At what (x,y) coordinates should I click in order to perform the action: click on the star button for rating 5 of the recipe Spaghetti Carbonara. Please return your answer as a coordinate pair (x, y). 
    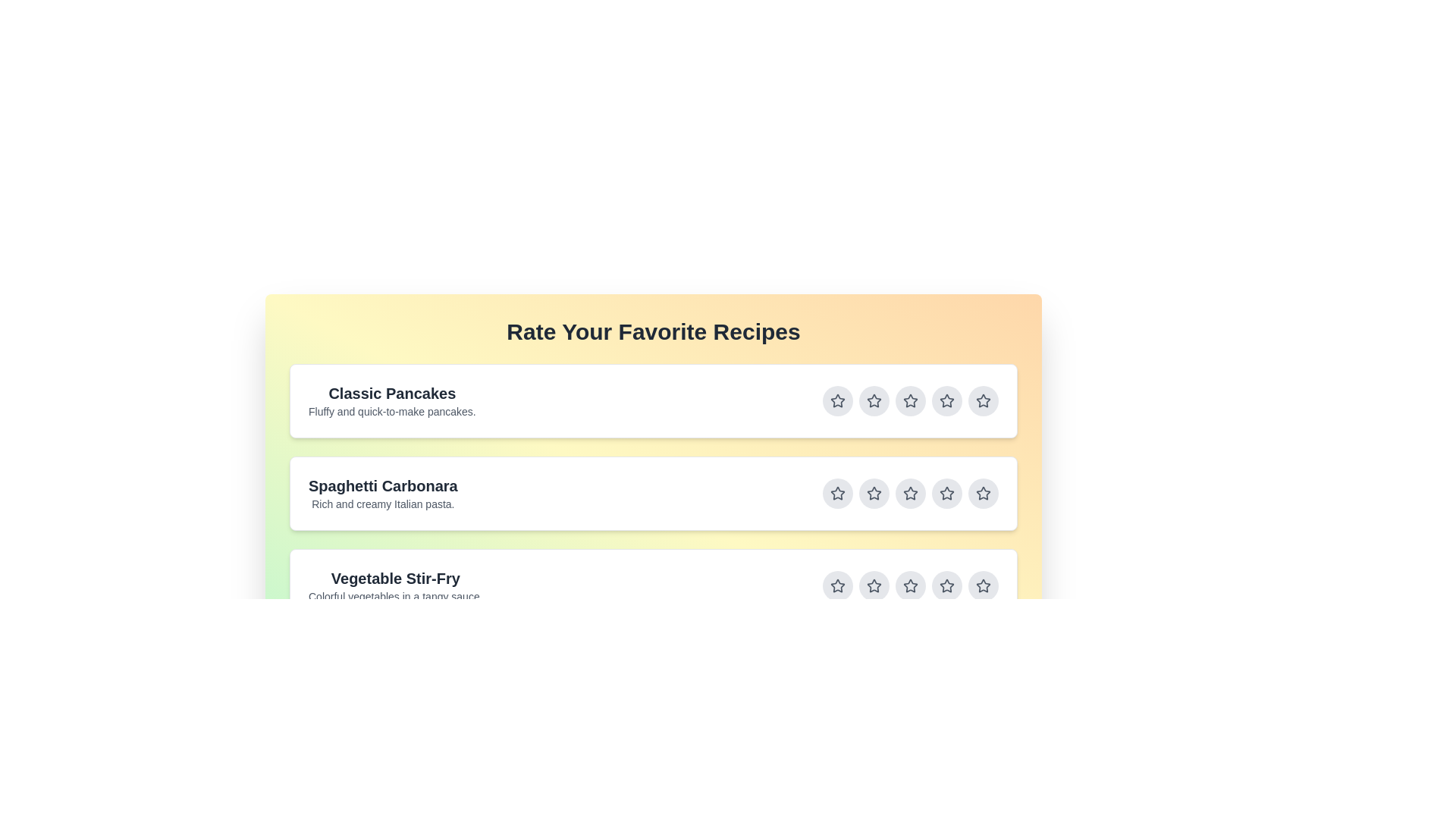
    Looking at the image, I should click on (983, 494).